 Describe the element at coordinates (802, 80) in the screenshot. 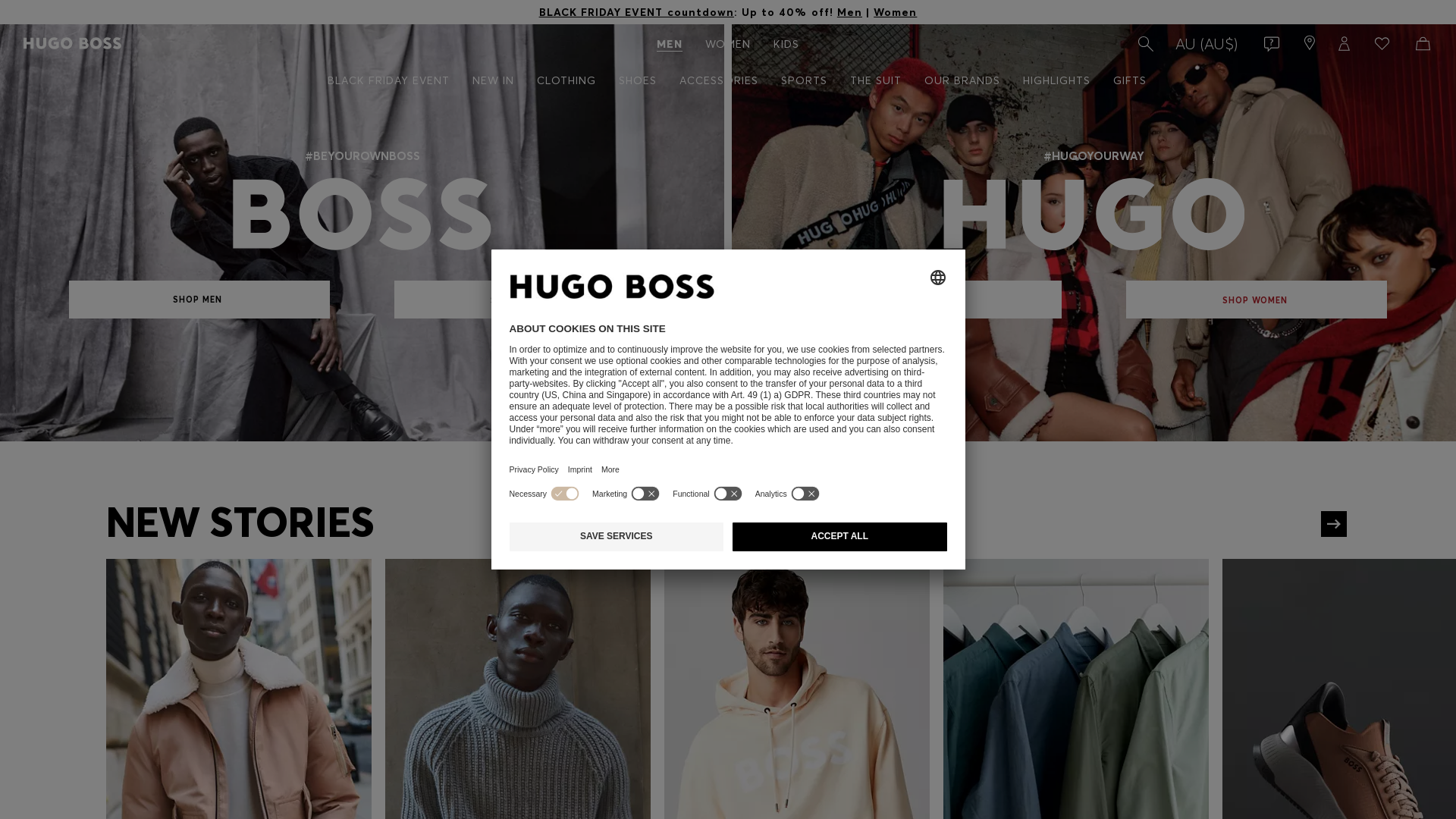

I see `'SPORTS'` at that location.